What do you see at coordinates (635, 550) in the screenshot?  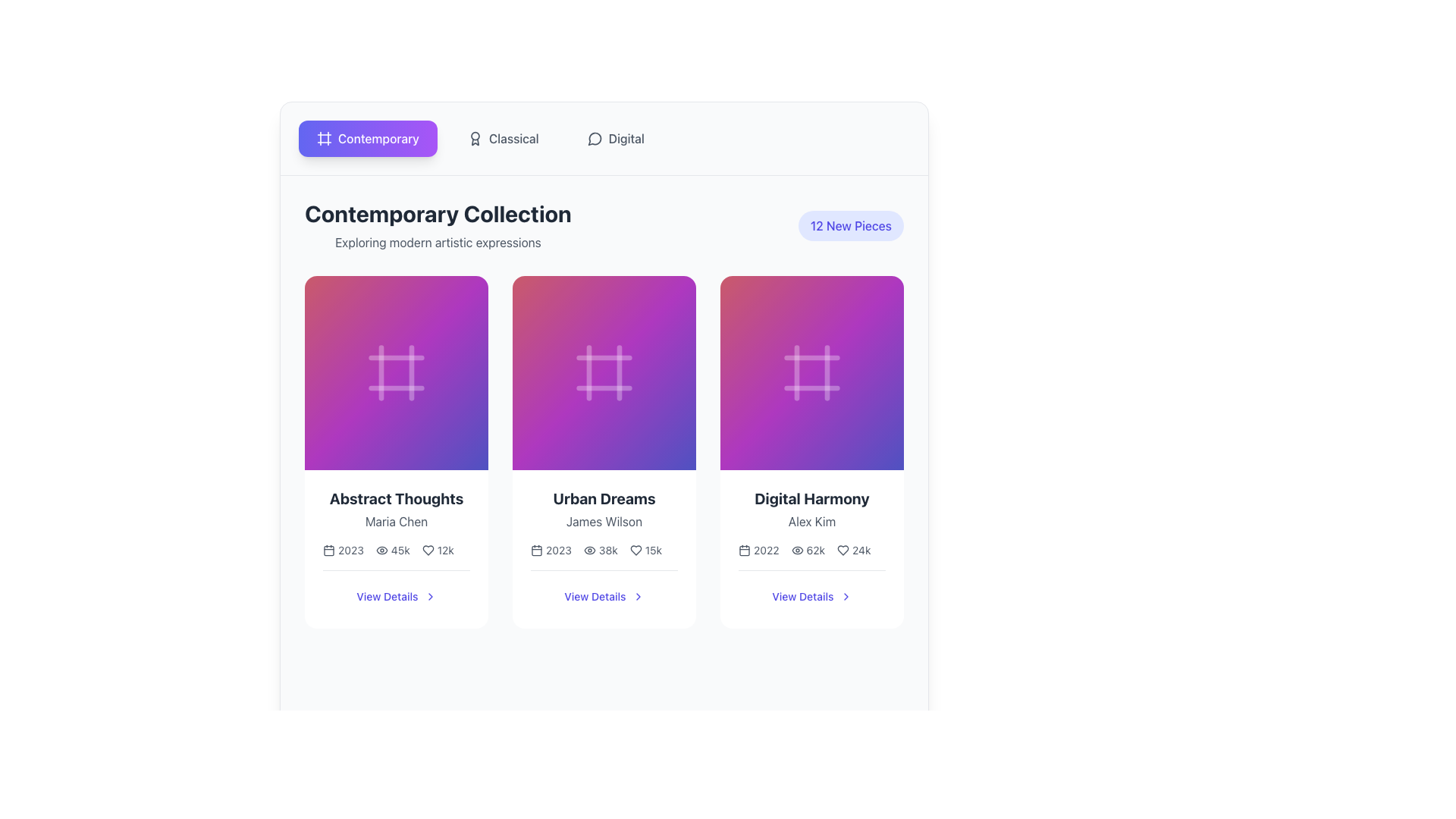 I see `the heart icon representing the 'like' feature located in the lower section of the 'Urban Dreams' card, which also displays the count of likes (15k)` at bounding box center [635, 550].